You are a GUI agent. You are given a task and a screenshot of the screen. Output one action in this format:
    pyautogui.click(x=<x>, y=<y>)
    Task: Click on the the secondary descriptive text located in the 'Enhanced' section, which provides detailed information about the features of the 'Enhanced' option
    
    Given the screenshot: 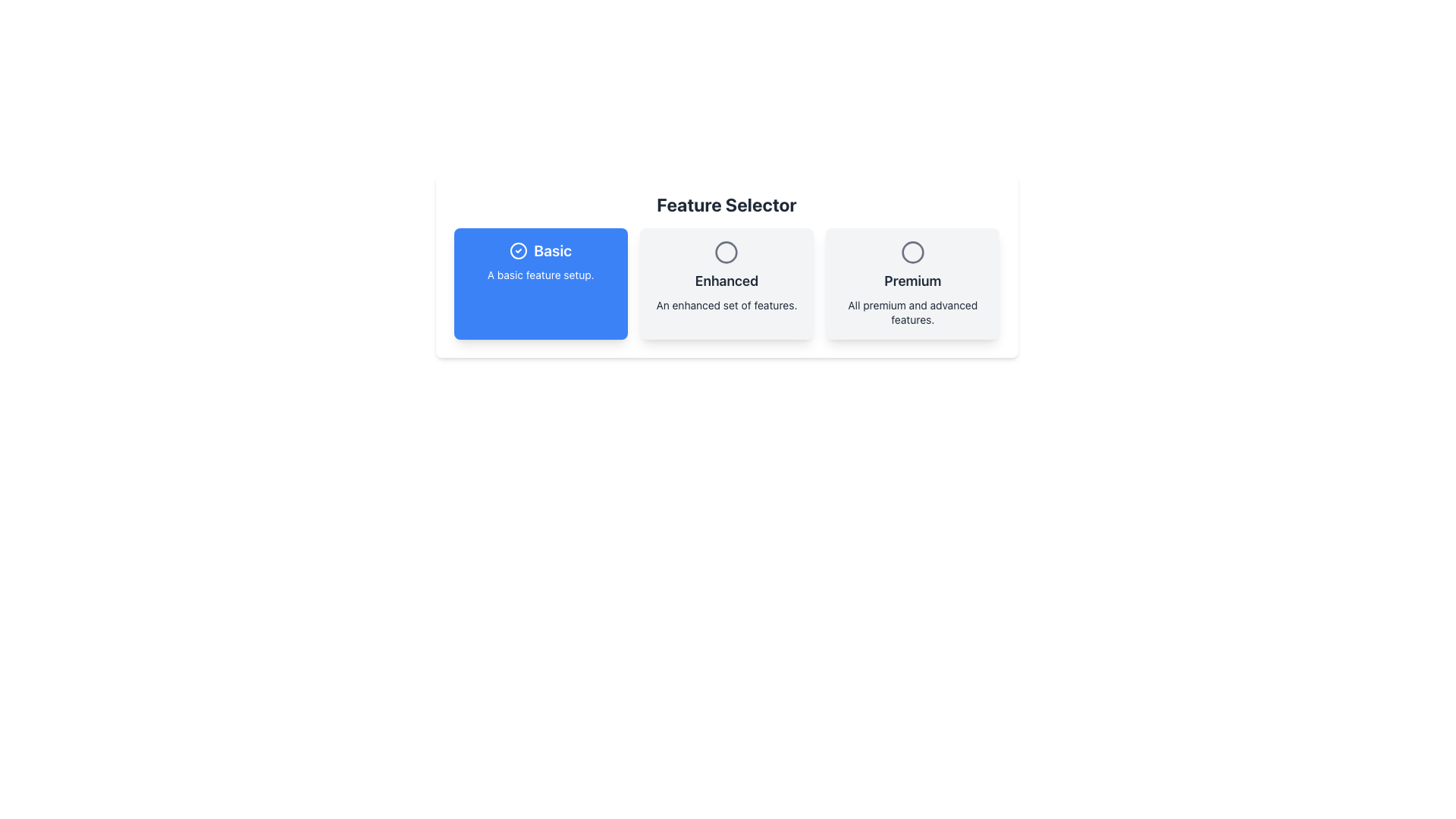 What is the action you would take?
    pyautogui.click(x=726, y=305)
    